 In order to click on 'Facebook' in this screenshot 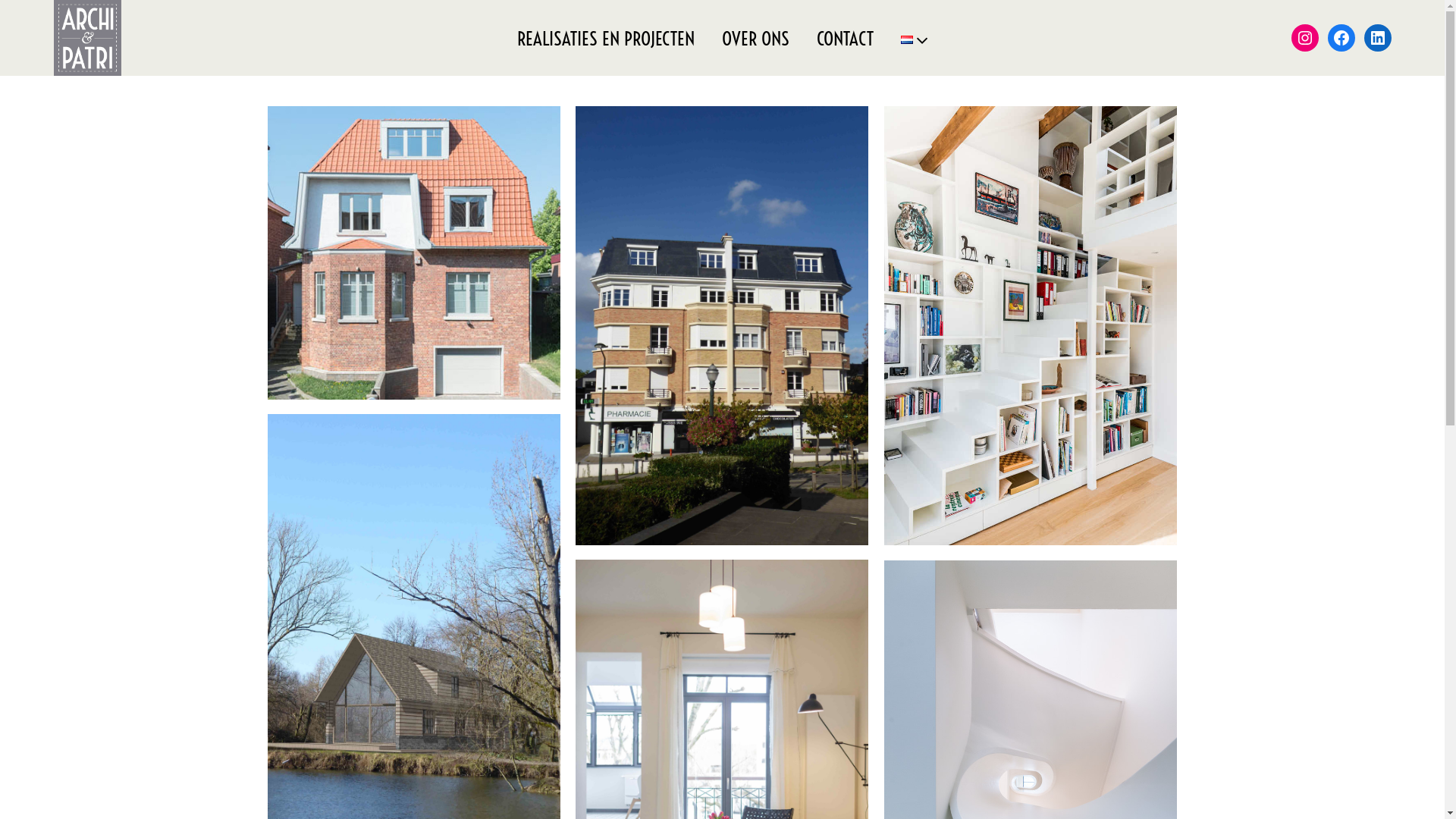, I will do `click(1341, 37)`.